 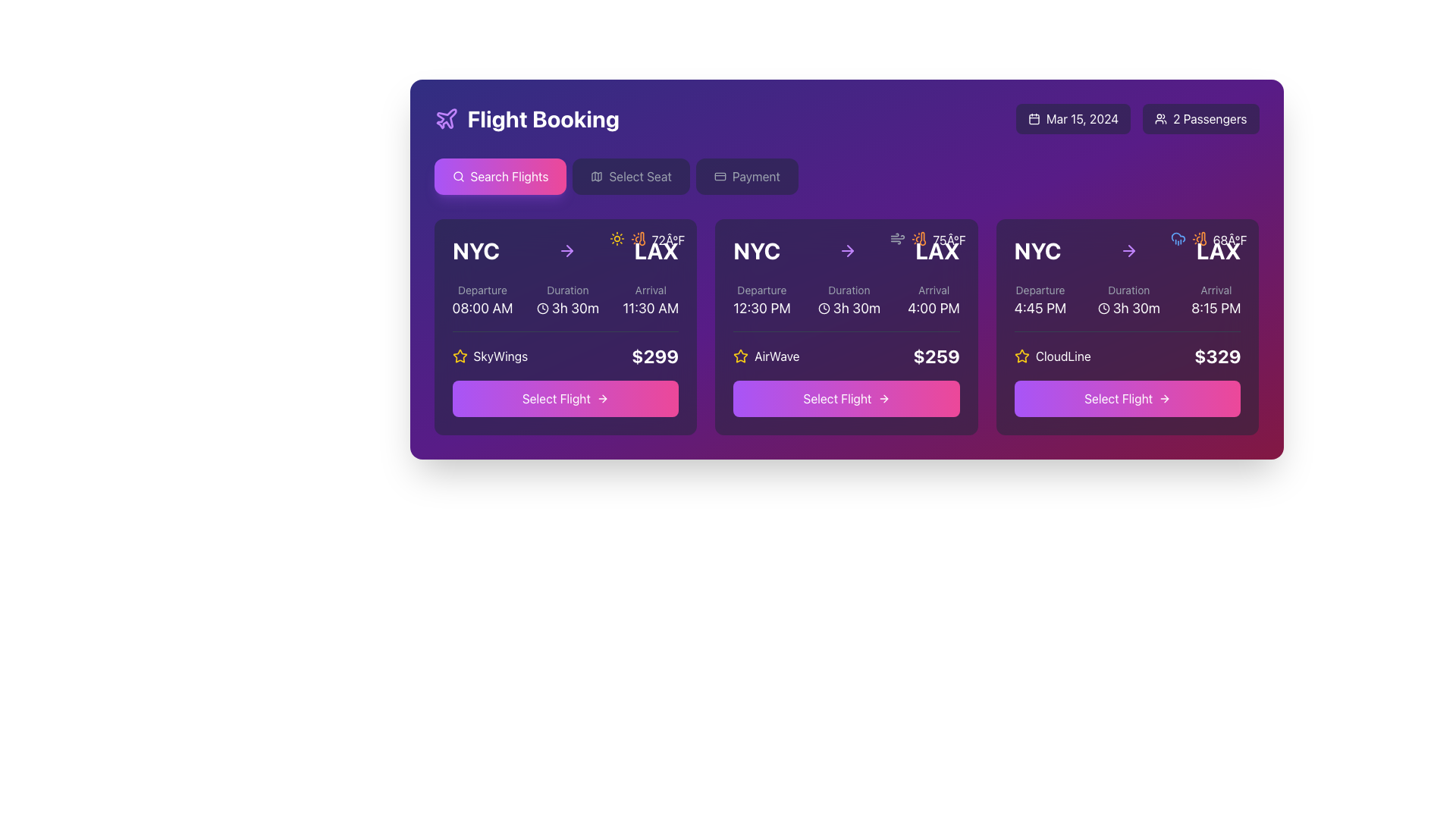 I want to click on the vertical thermometer icon in the third flight card from the left, adjacent to LAX, which indicates weather or temperature details, so click(x=1202, y=239).